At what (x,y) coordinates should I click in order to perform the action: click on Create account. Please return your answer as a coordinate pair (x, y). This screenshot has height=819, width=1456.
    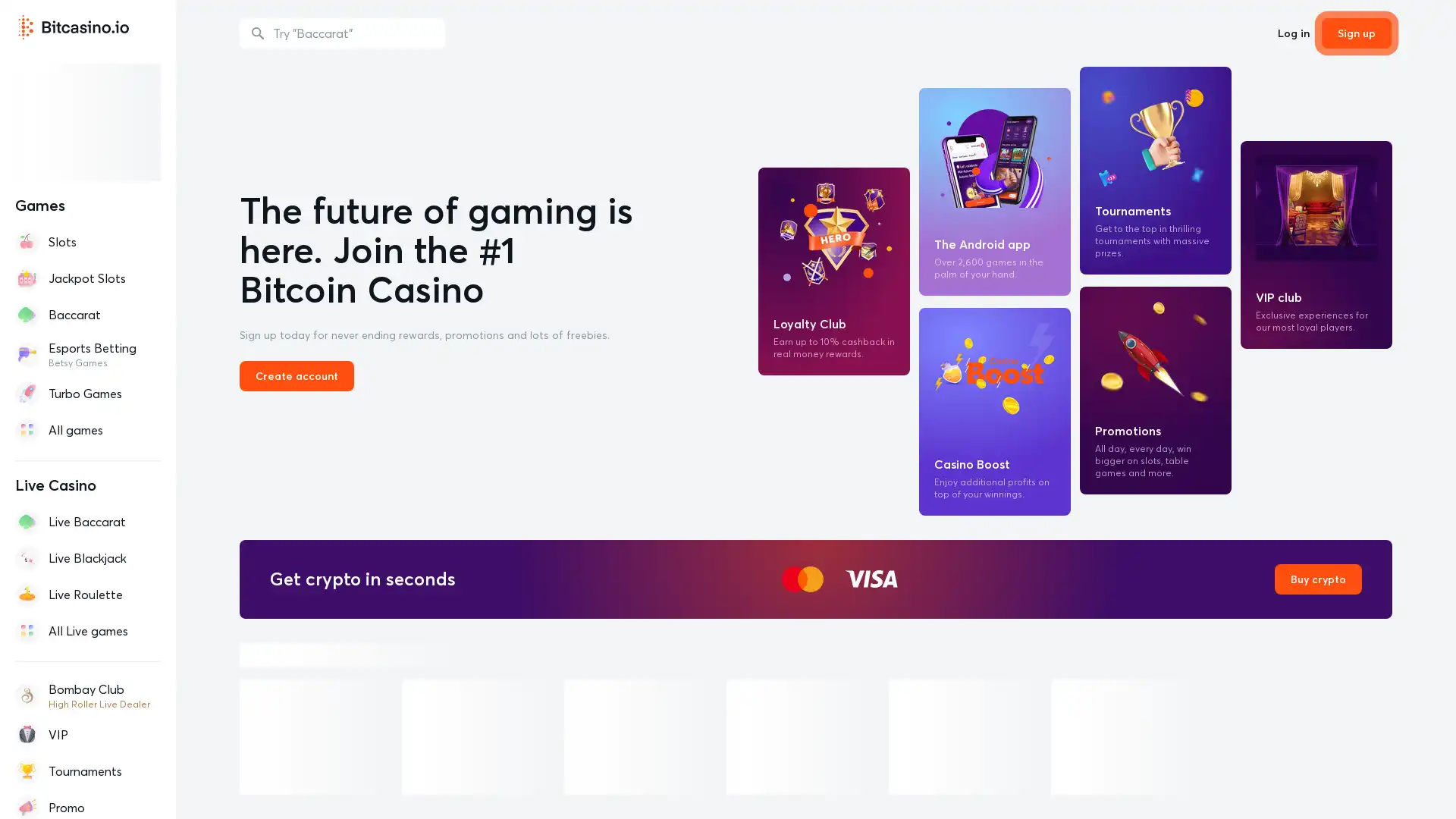
    Looking at the image, I should click on (297, 375).